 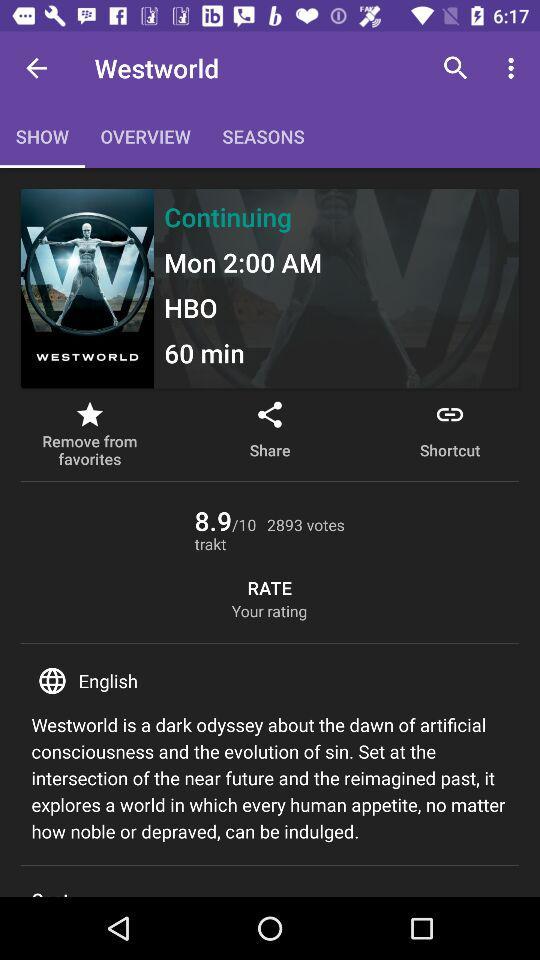 What do you see at coordinates (36, 68) in the screenshot?
I see `item to the left of the overview item` at bounding box center [36, 68].